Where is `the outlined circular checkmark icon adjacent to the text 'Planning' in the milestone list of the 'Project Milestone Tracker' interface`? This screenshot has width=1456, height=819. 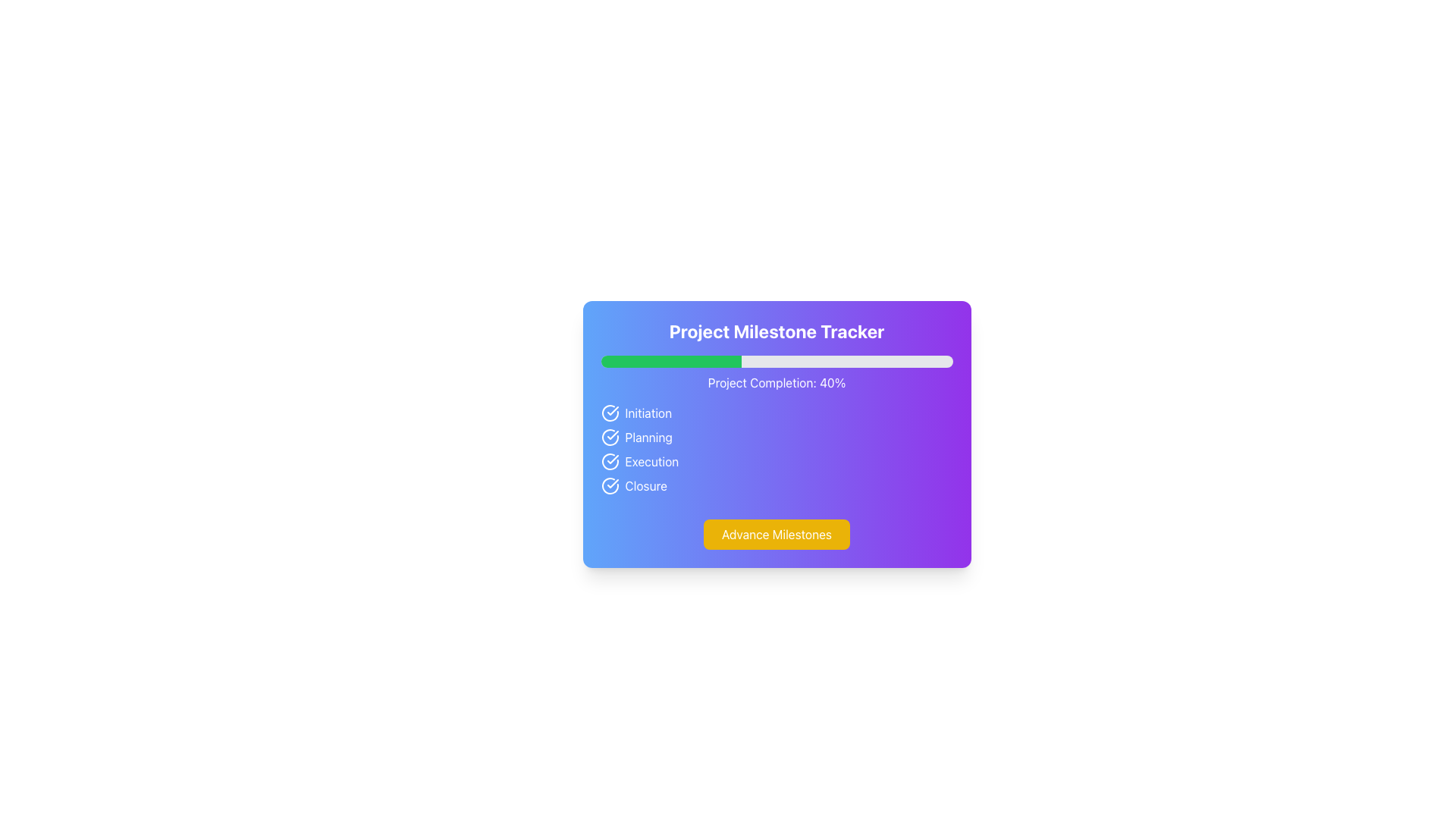 the outlined circular checkmark icon adjacent to the text 'Planning' in the milestone list of the 'Project Milestone Tracker' interface is located at coordinates (610, 438).